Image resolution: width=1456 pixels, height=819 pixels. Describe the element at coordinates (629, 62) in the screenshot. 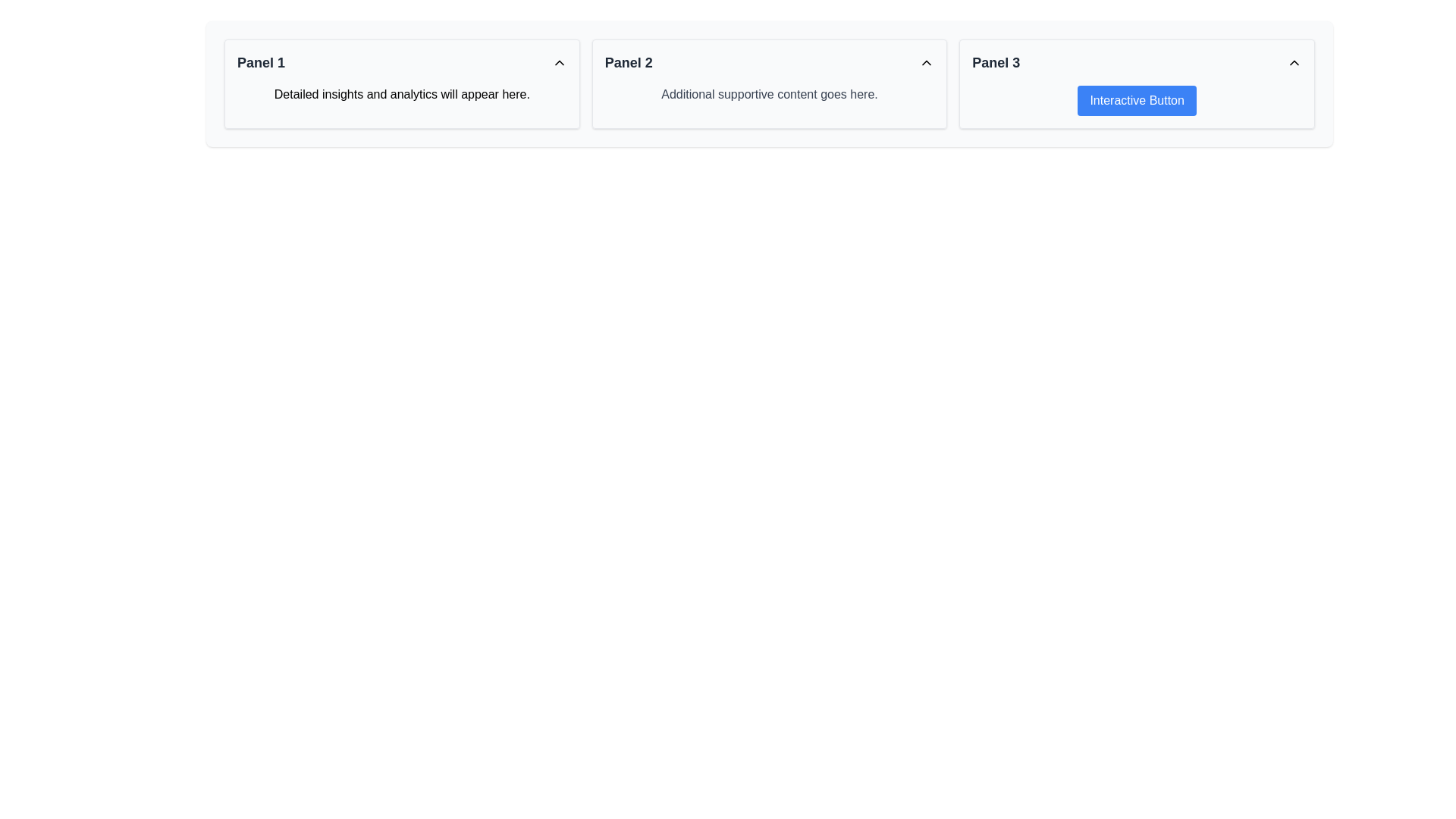

I see `the text label displaying 'Panel 2' in bold, large font located at the top center of the interface` at that location.